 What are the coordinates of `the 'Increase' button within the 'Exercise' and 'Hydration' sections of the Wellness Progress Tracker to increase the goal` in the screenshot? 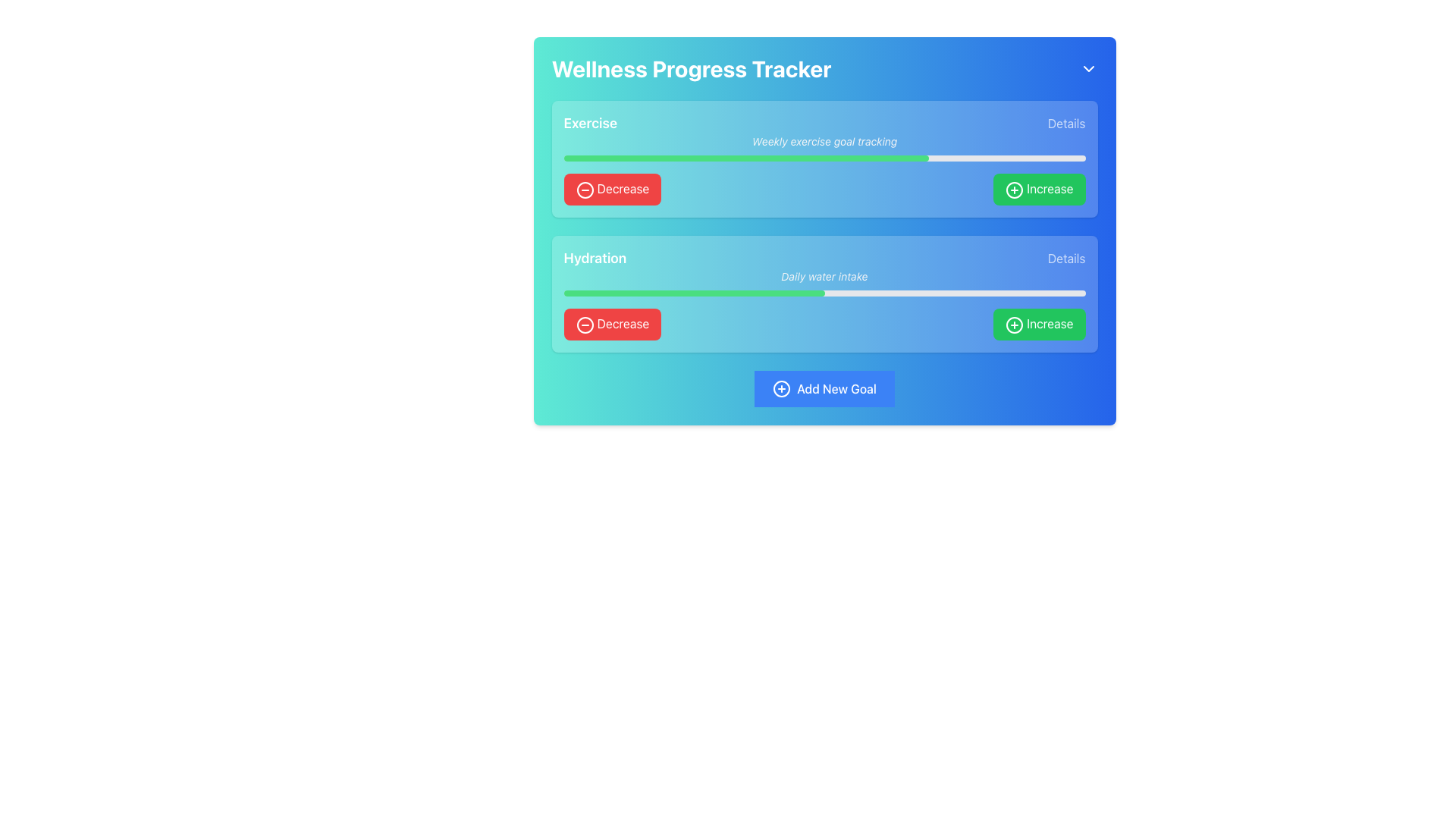 It's located at (824, 226).